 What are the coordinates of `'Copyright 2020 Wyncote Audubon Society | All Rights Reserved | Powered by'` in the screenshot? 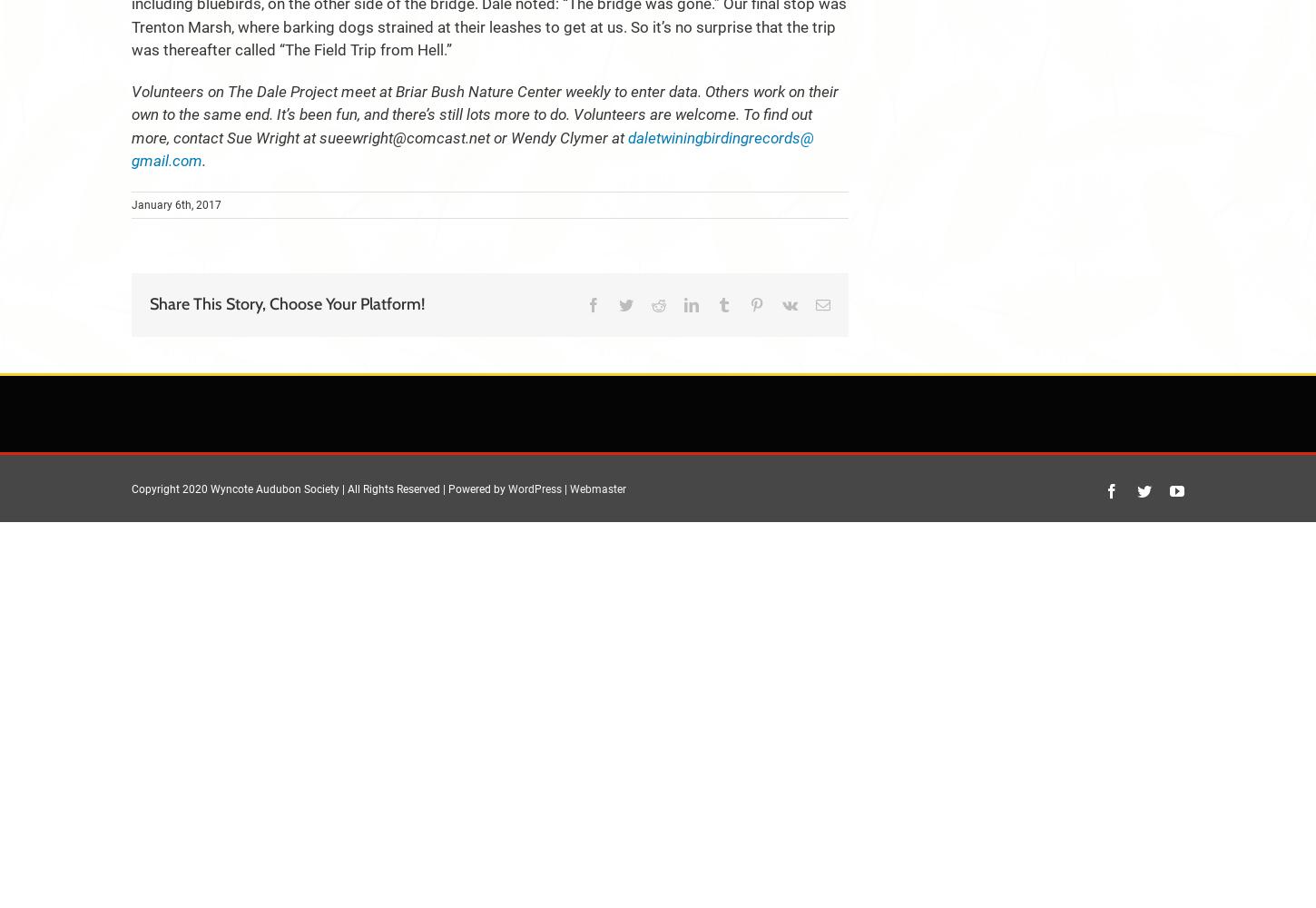 It's located at (131, 489).